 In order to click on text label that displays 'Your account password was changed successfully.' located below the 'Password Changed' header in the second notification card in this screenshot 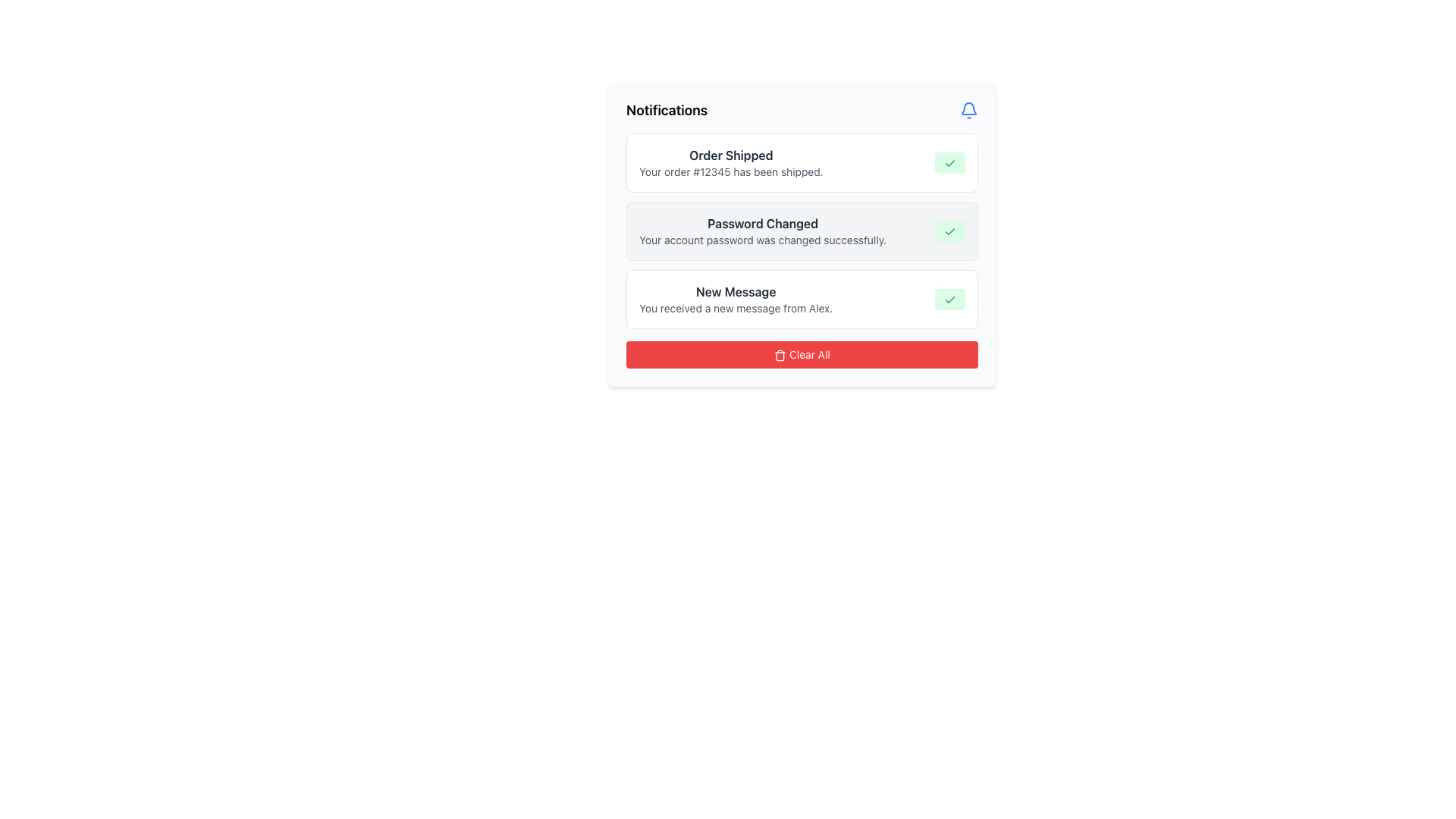, I will do `click(763, 239)`.